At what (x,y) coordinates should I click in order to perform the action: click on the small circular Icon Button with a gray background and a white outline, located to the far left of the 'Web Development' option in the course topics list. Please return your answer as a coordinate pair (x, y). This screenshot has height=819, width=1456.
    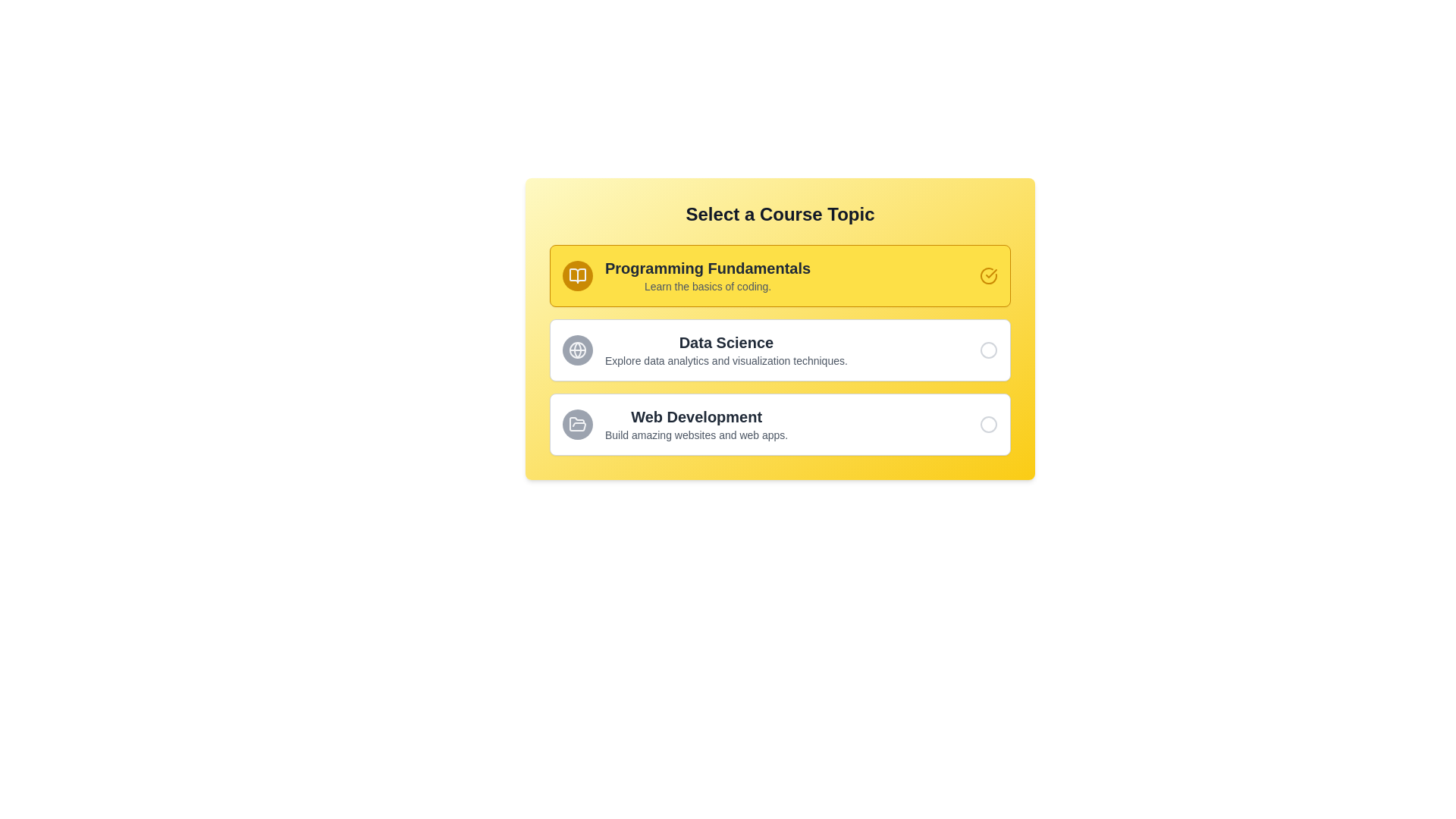
    Looking at the image, I should click on (577, 424).